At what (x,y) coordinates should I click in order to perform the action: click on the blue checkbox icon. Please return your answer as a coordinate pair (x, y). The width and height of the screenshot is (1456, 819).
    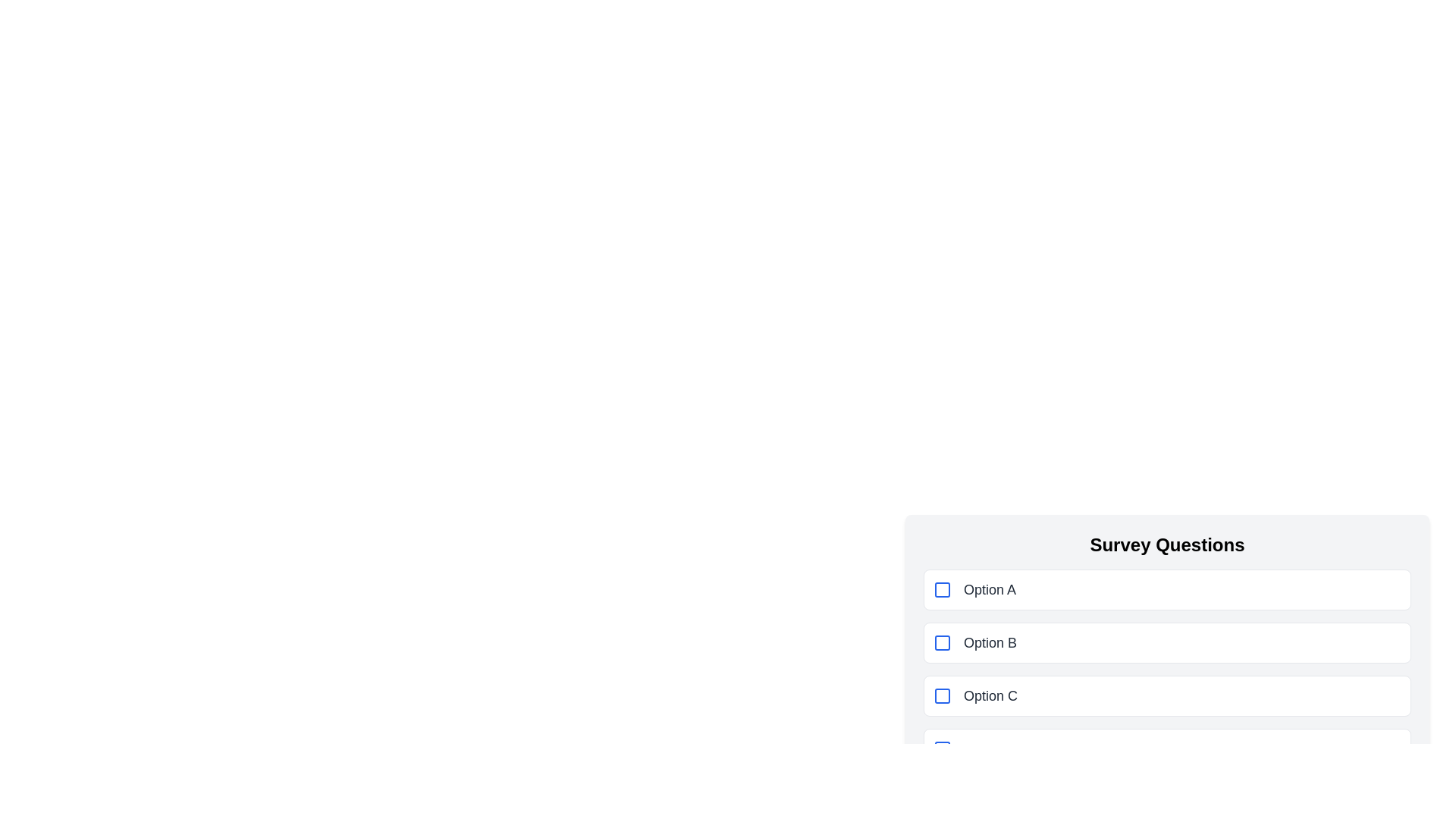
    Looking at the image, I should click on (942, 696).